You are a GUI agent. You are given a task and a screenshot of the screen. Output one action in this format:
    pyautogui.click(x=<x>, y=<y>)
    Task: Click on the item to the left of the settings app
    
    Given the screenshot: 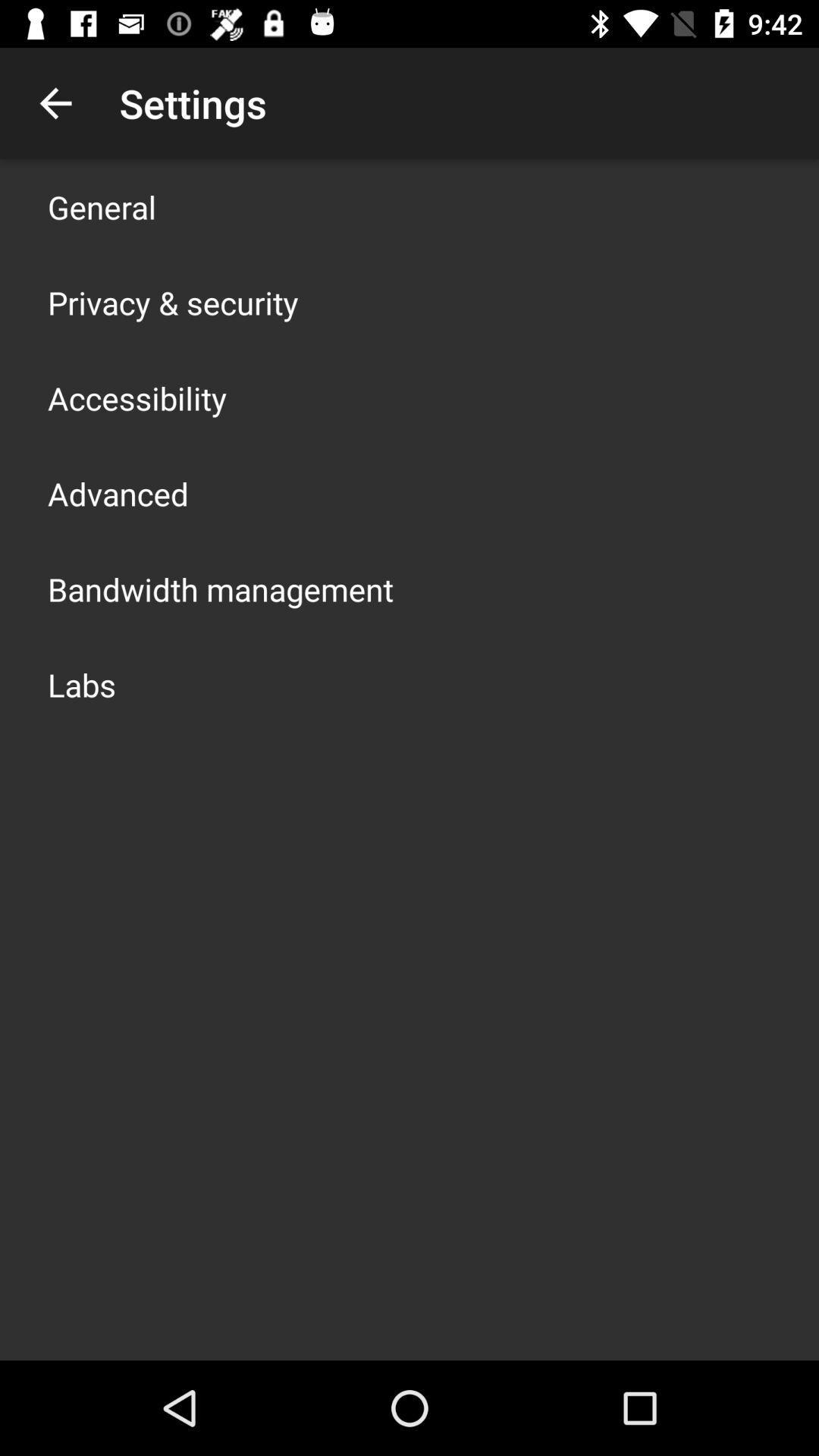 What is the action you would take?
    pyautogui.click(x=55, y=102)
    